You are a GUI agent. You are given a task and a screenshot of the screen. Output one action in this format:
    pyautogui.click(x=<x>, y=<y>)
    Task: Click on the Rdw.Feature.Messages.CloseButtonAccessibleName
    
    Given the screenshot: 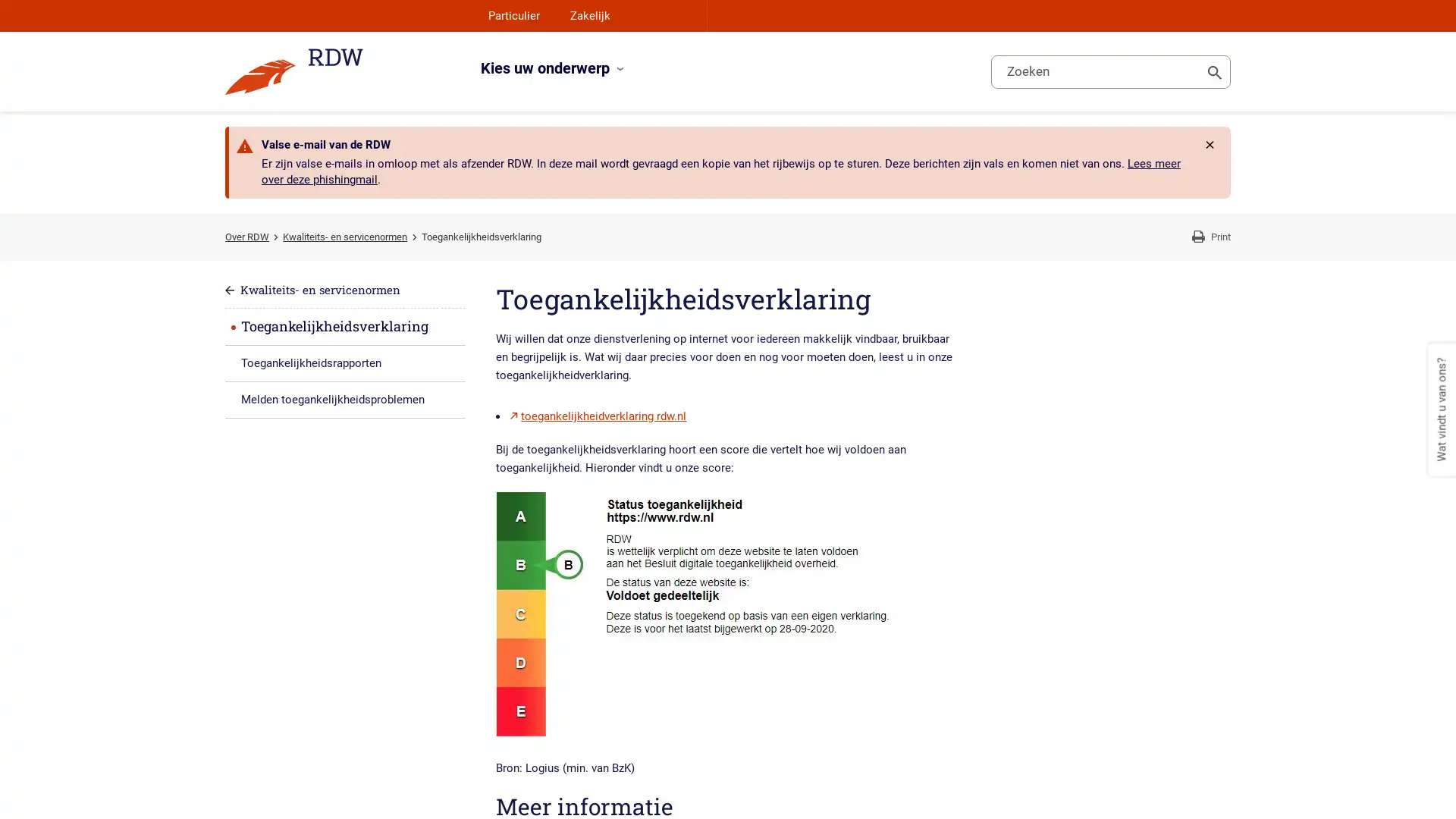 What is the action you would take?
    pyautogui.click(x=1209, y=145)
    